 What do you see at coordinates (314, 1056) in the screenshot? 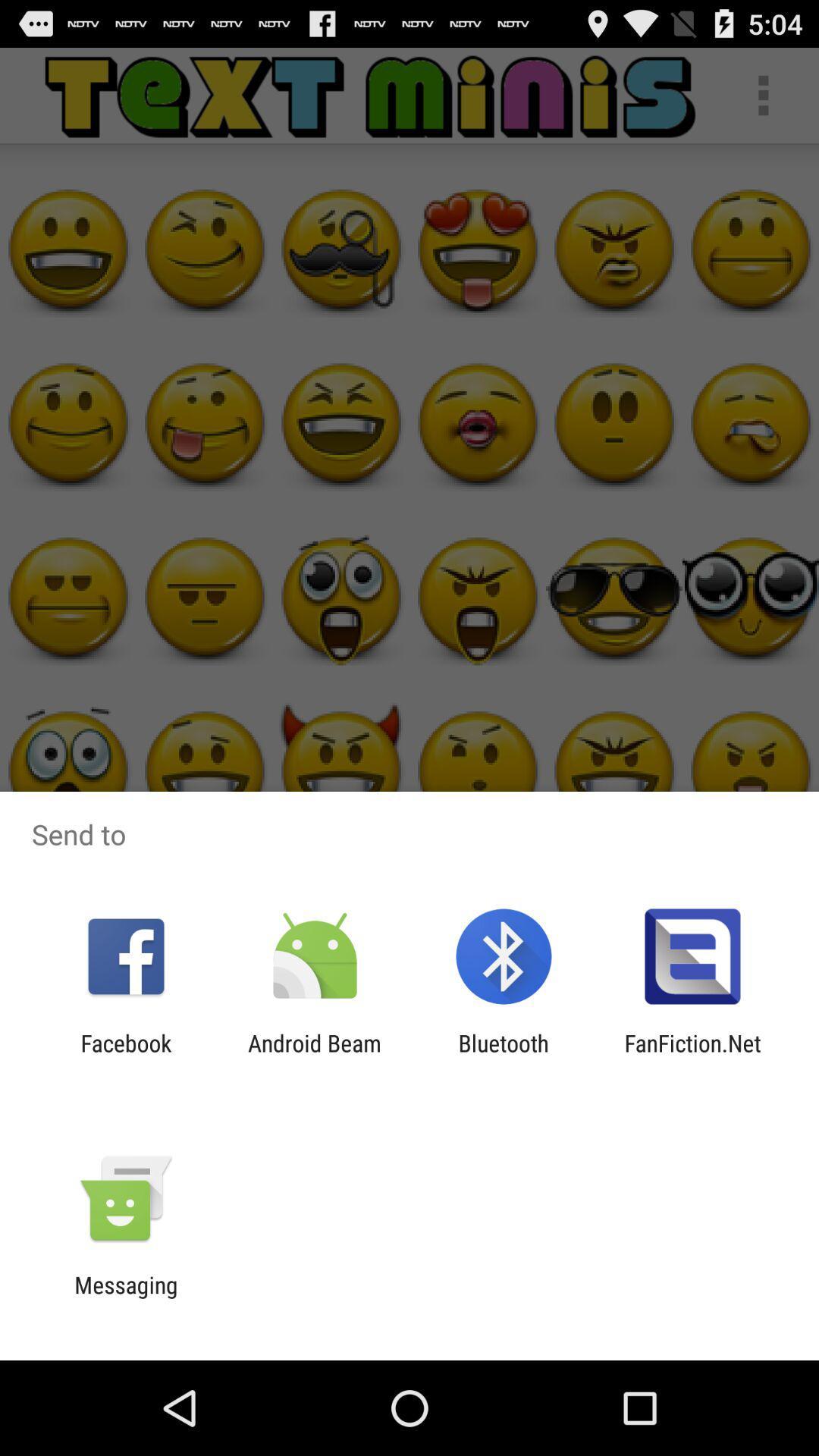
I see `the android beam app` at bounding box center [314, 1056].